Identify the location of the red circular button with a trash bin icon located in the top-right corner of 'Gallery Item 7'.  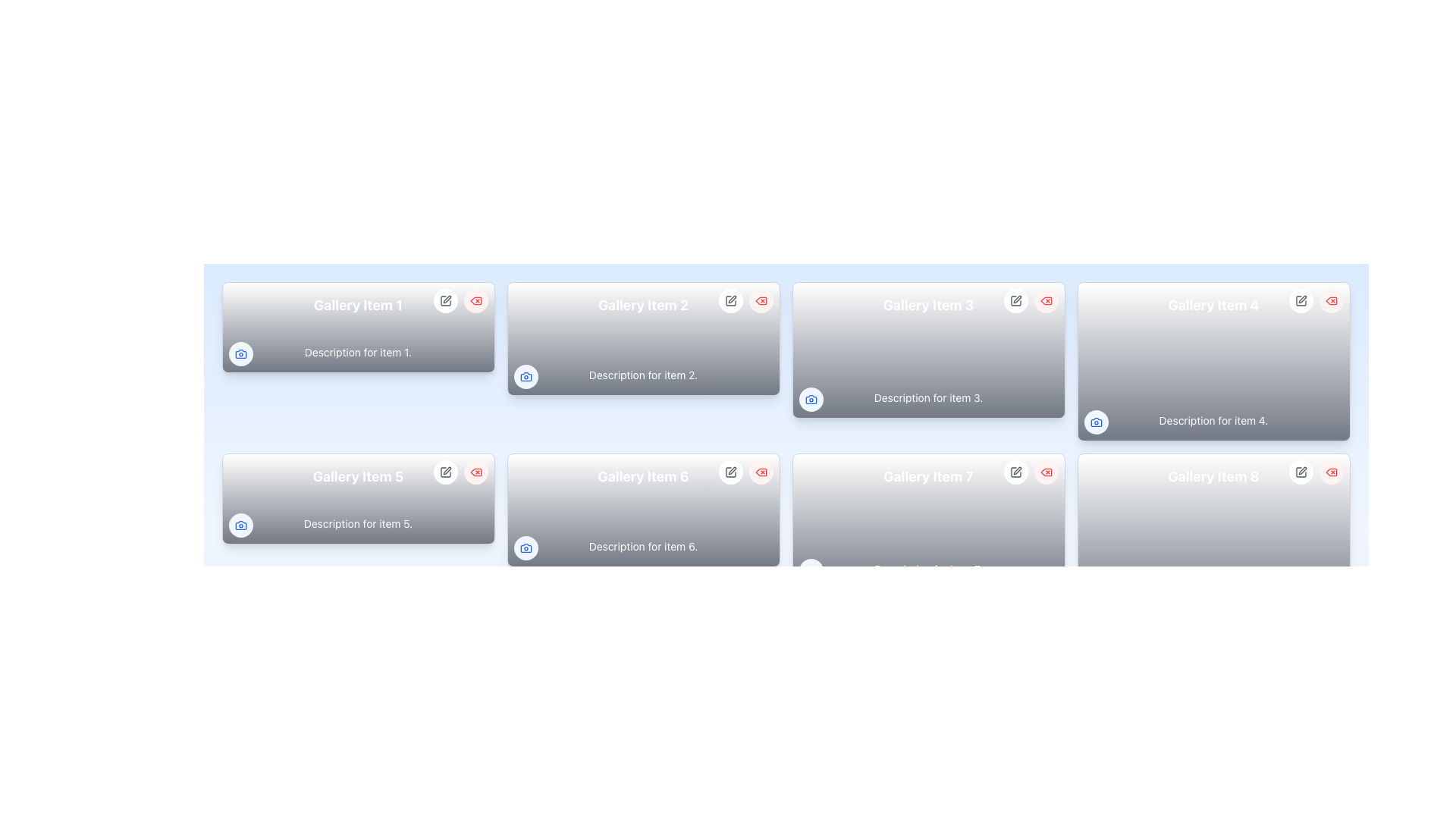
(1045, 472).